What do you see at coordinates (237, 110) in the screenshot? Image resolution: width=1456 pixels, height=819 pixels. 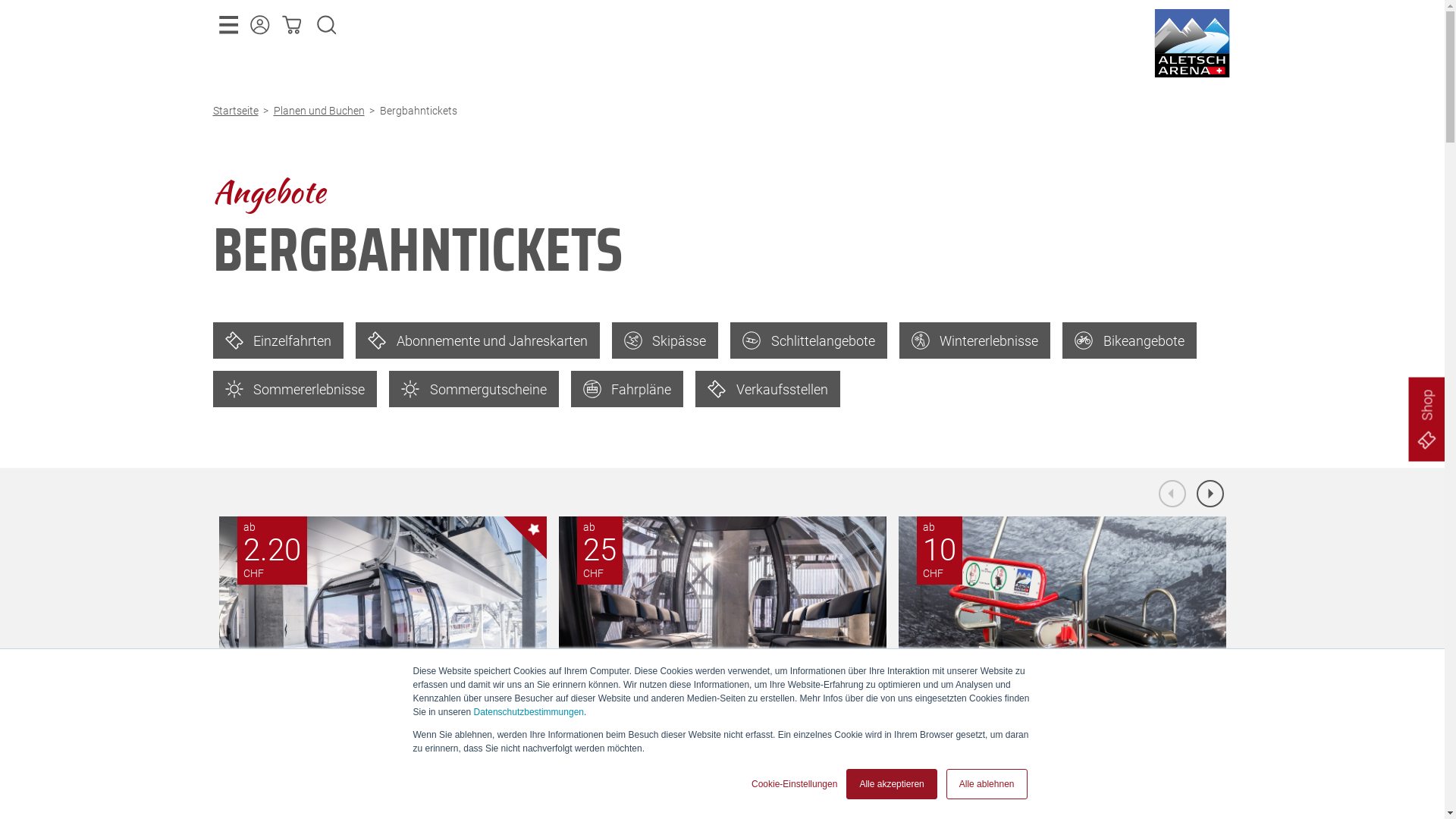 I see `'Startseite'` at bounding box center [237, 110].